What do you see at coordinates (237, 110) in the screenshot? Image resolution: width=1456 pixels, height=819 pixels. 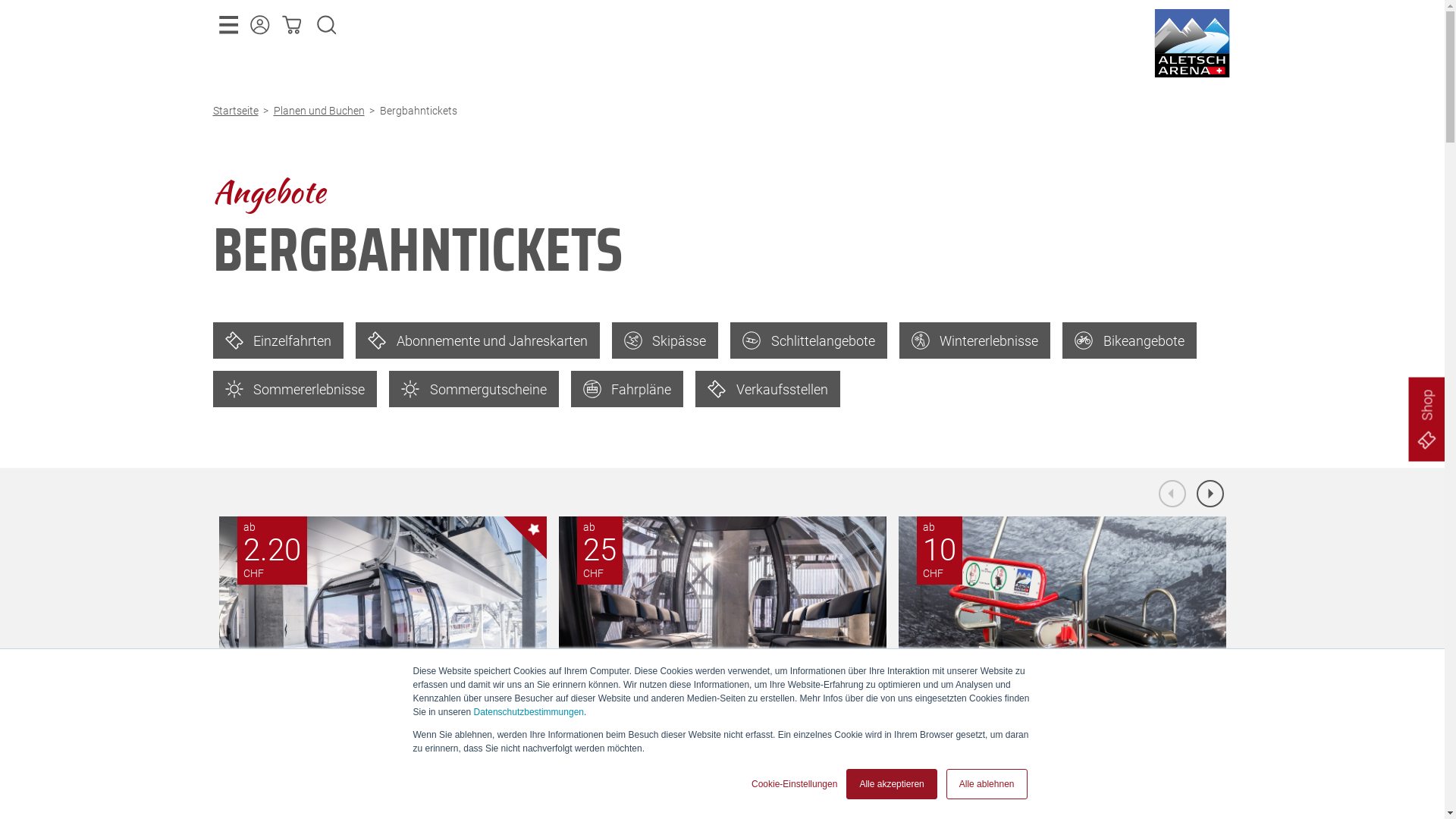 I see `'Startseite'` at bounding box center [237, 110].